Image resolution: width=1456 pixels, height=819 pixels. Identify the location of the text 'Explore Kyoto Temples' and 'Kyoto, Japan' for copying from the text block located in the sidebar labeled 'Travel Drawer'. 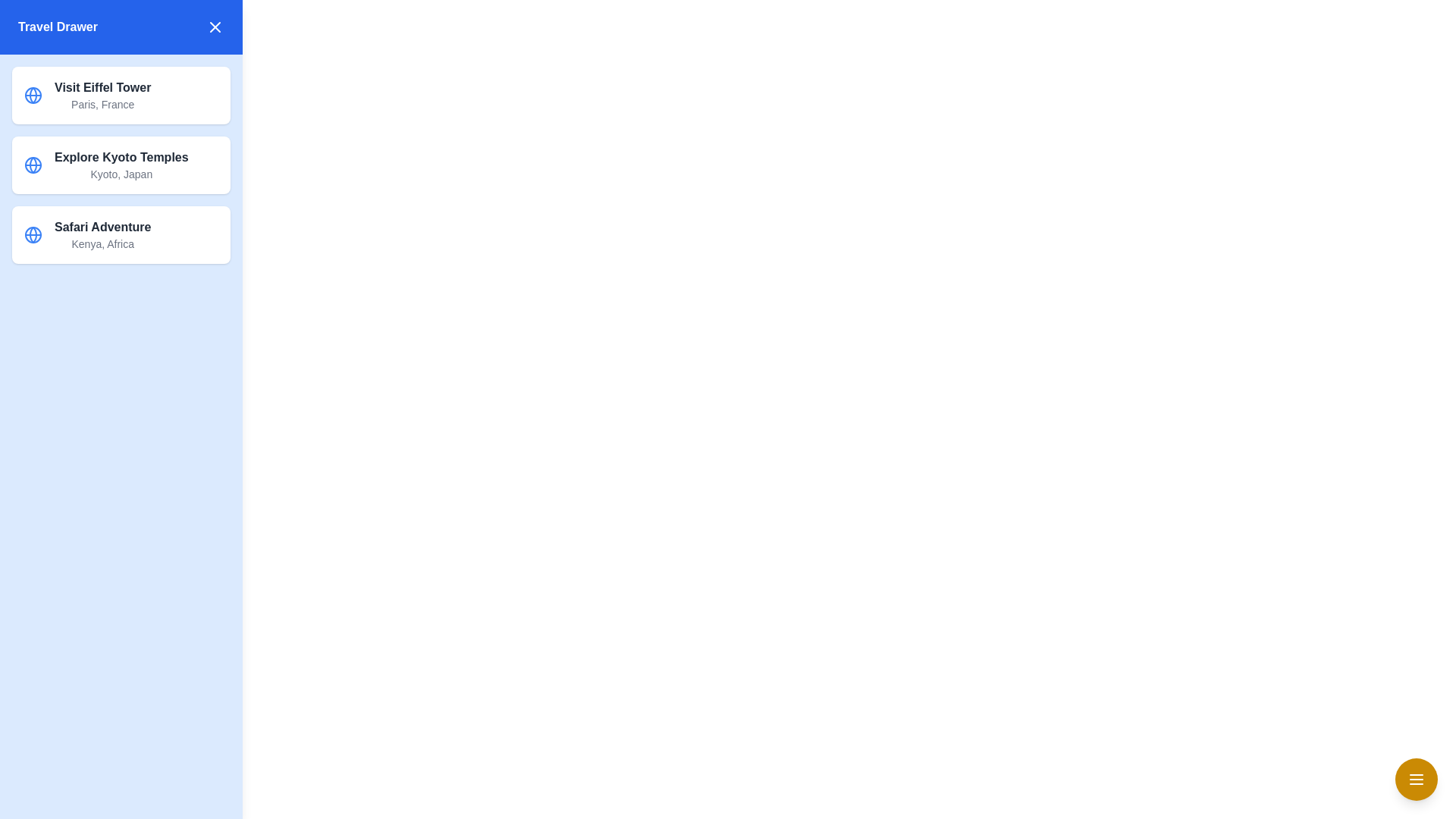
(121, 165).